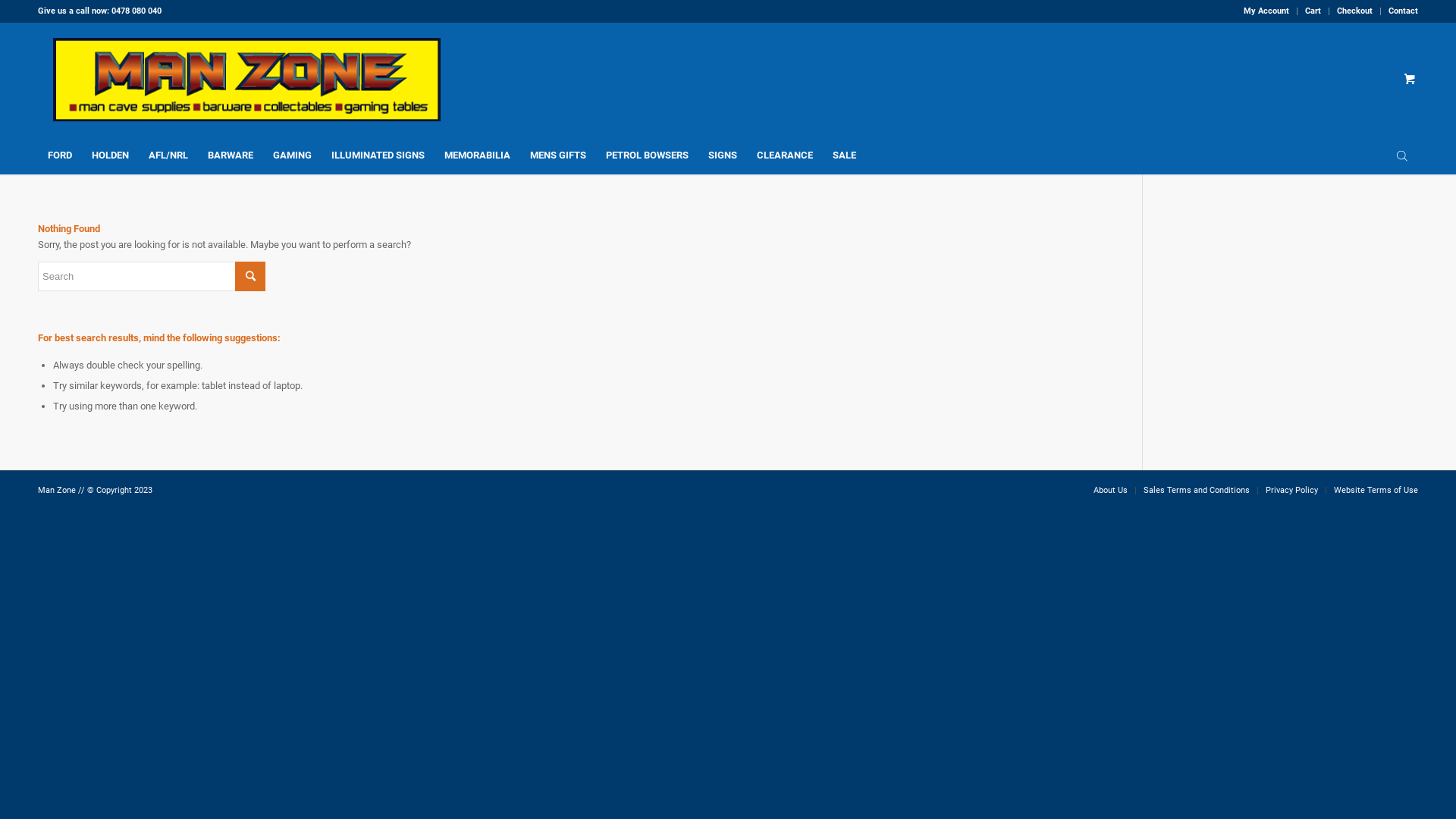  Describe the element at coordinates (647, 155) in the screenshot. I see `'PETROL BOWSERS'` at that location.